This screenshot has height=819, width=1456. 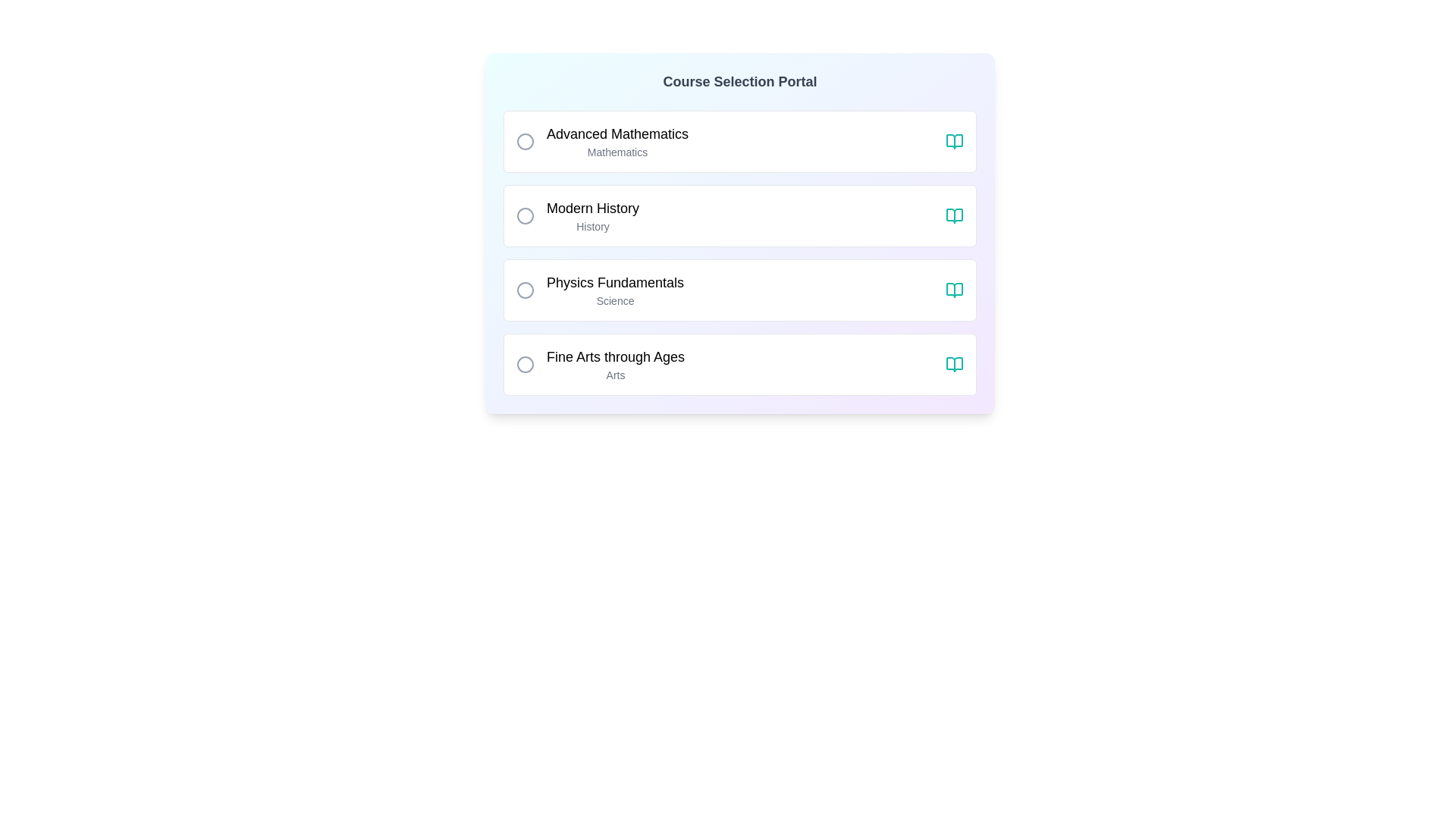 I want to click on the selectable item with a radio button labeled 'Fine Arts through Ages', so click(x=739, y=365).